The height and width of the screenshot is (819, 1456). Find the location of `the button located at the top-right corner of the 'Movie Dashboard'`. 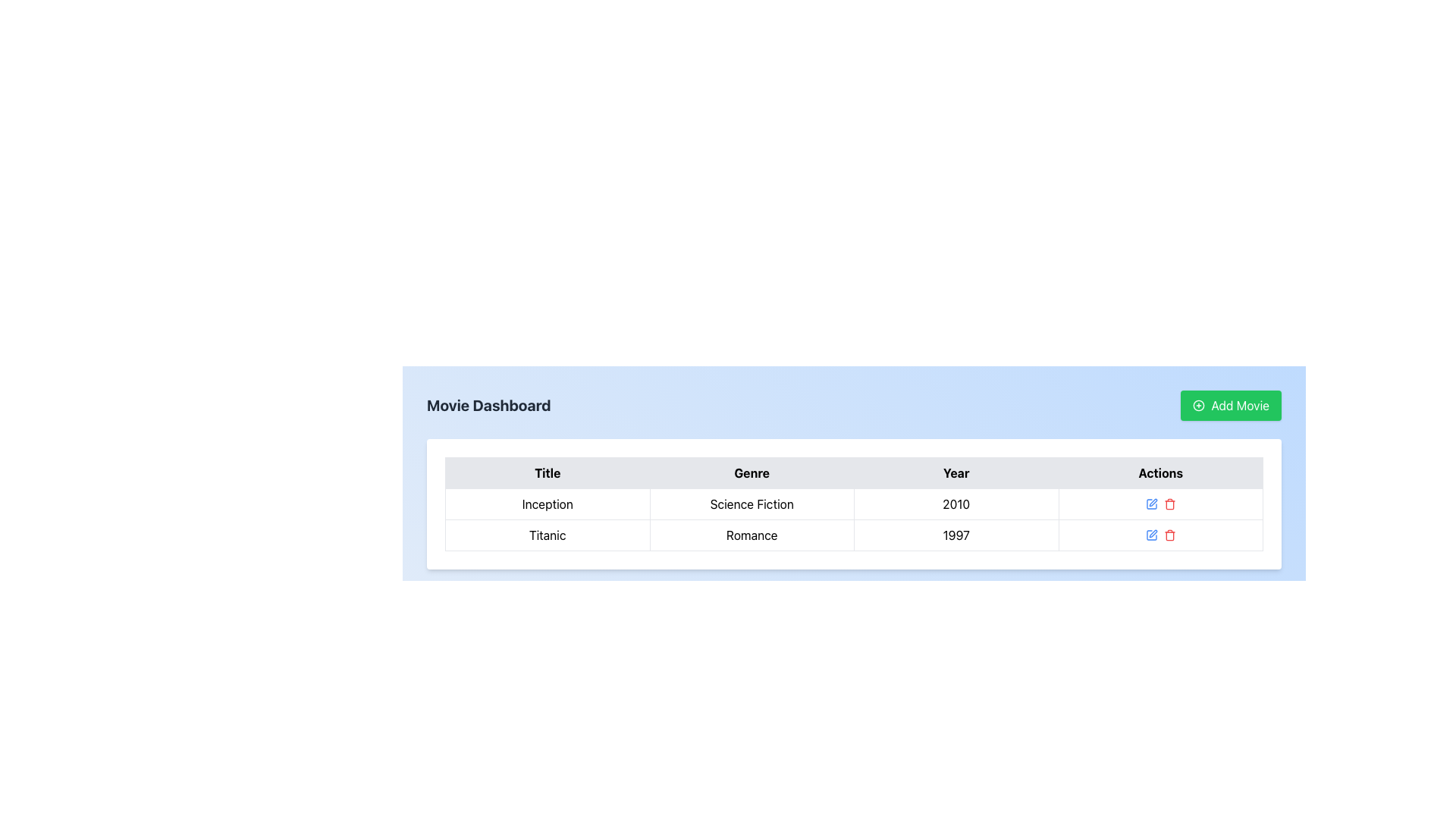

the button located at the top-right corner of the 'Movie Dashboard' is located at coordinates (1231, 405).